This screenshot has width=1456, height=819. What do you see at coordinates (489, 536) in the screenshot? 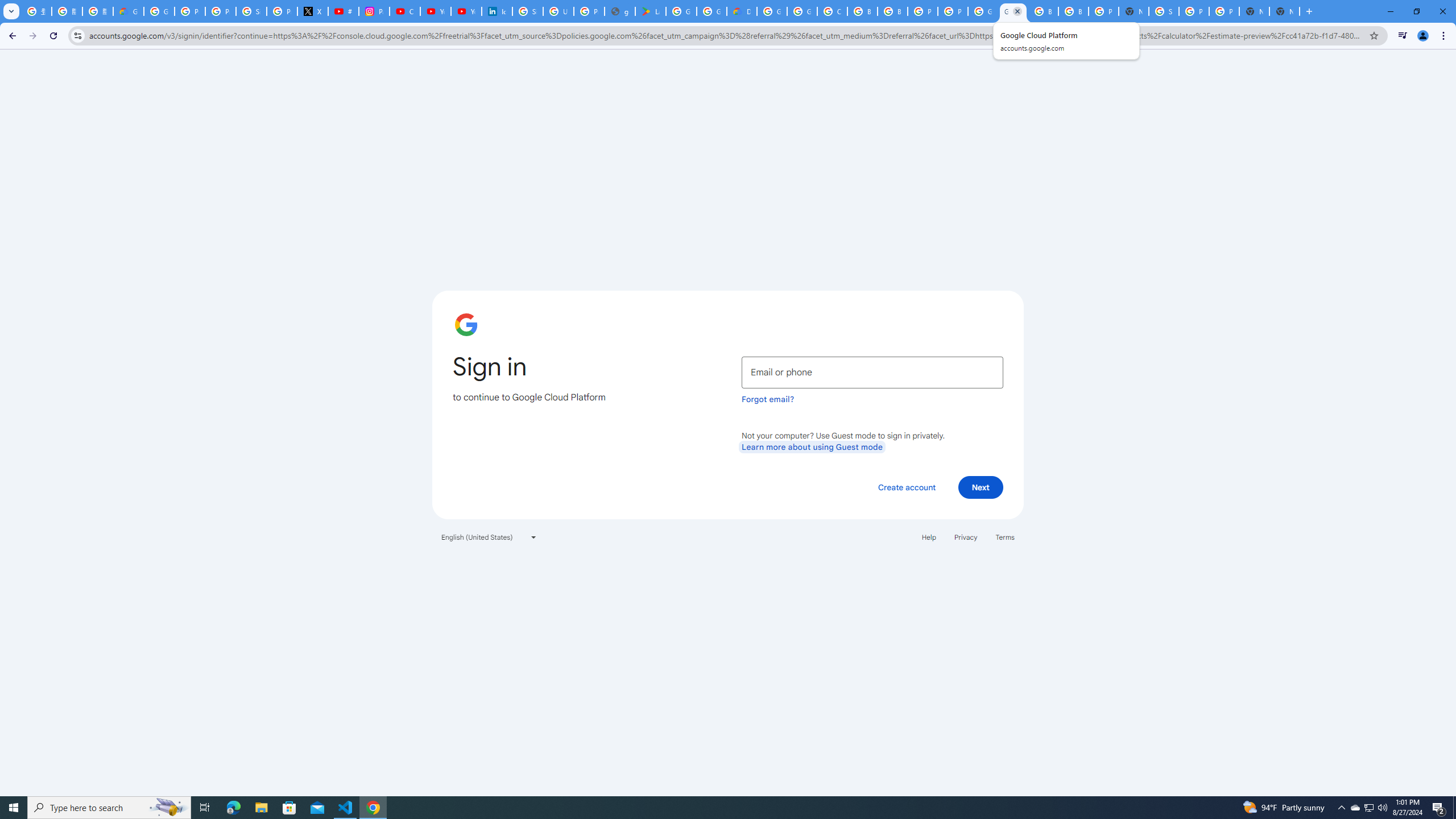
I see `'English (United States)'` at bounding box center [489, 536].